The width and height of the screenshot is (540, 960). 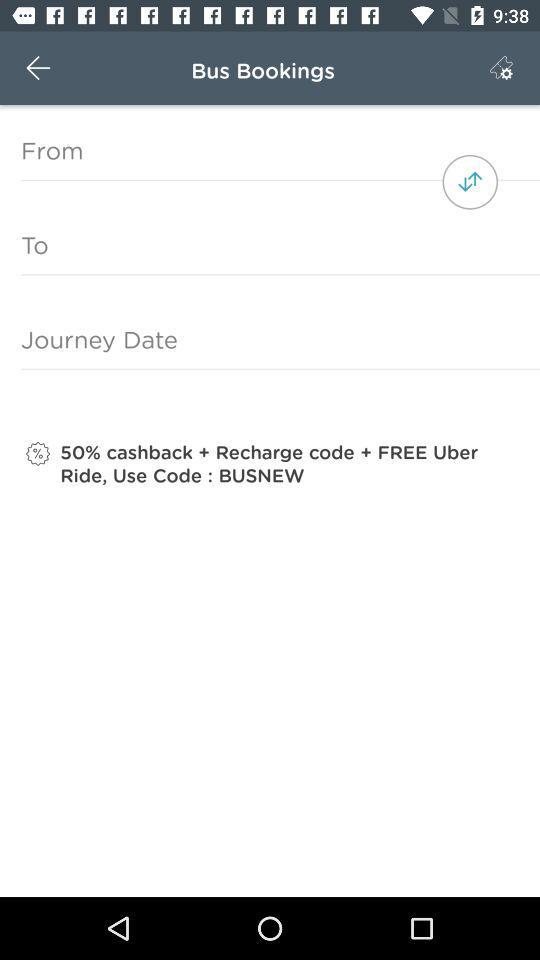 I want to click on the icon to the right of bus bookings item, so click(x=500, y=68).